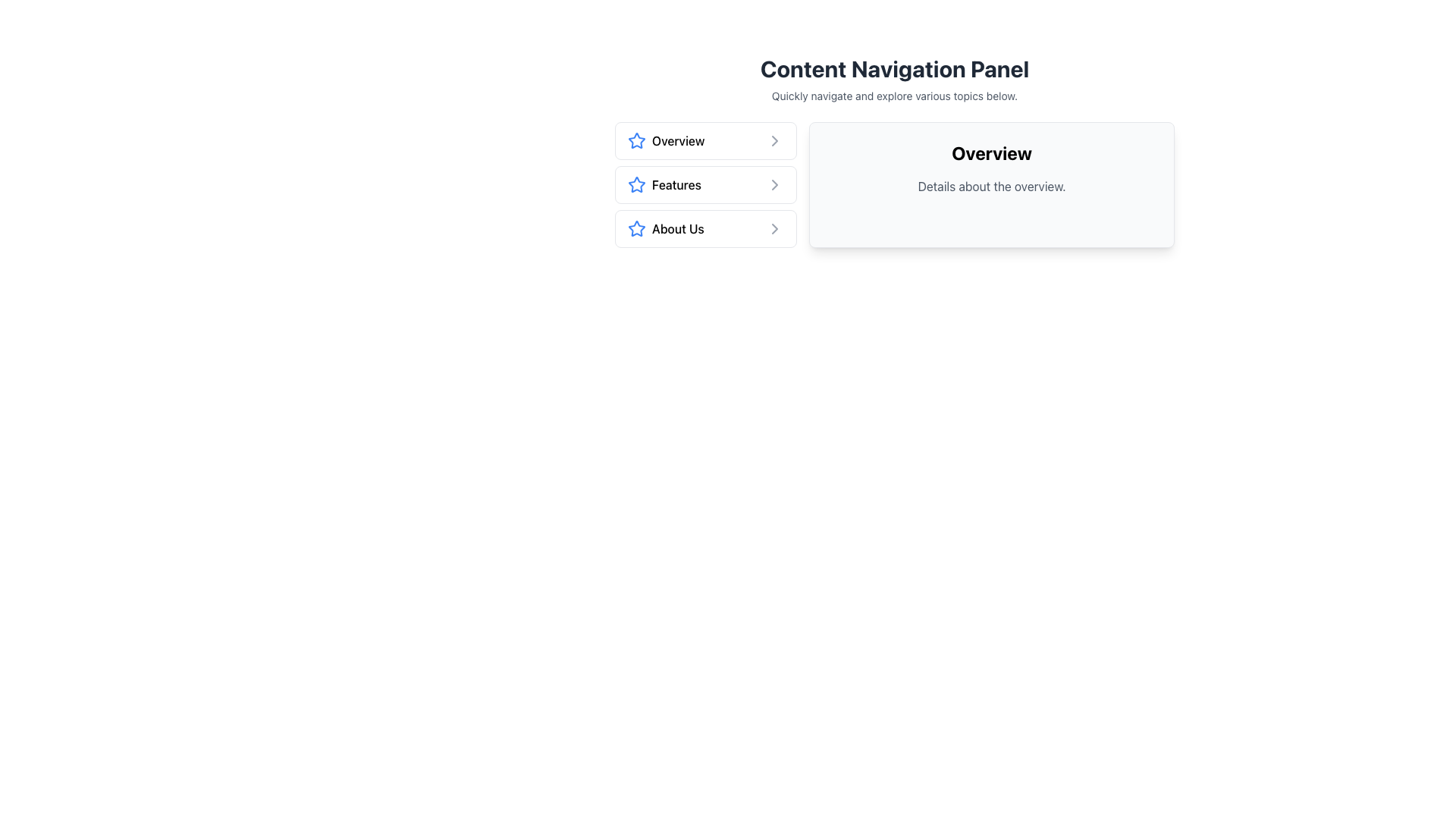 The width and height of the screenshot is (1456, 819). What do you see at coordinates (895, 96) in the screenshot?
I see `descriptive text located directly beneath the title 'Content Navigation Panel' for guidance` at bounding box center [895, 96].